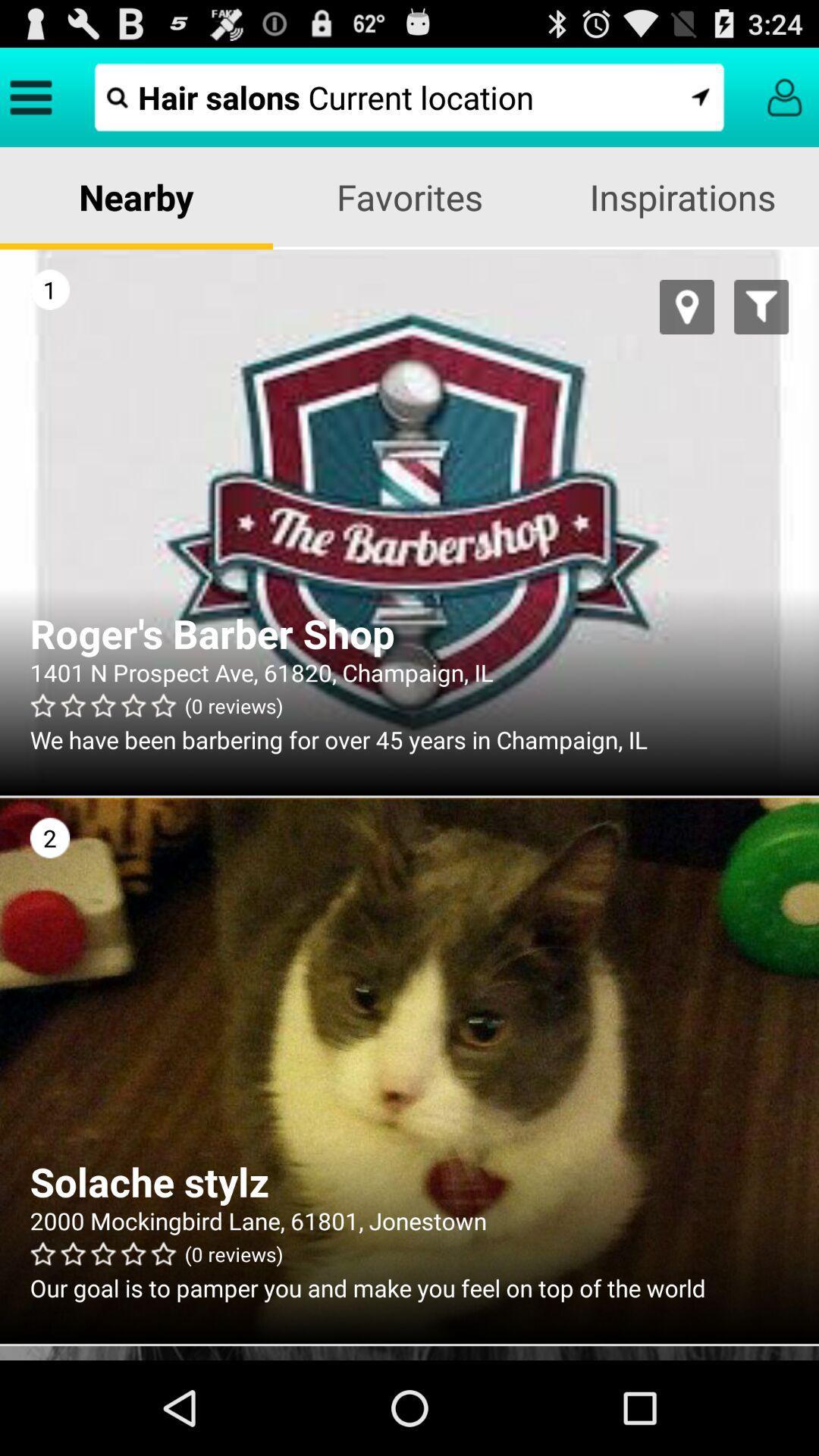 The height and width of the screenshot is (1456, 819). Describe the element at coordinates (409, 671) in the screenshot. I see `app above the (0 reviews) app` at that location.